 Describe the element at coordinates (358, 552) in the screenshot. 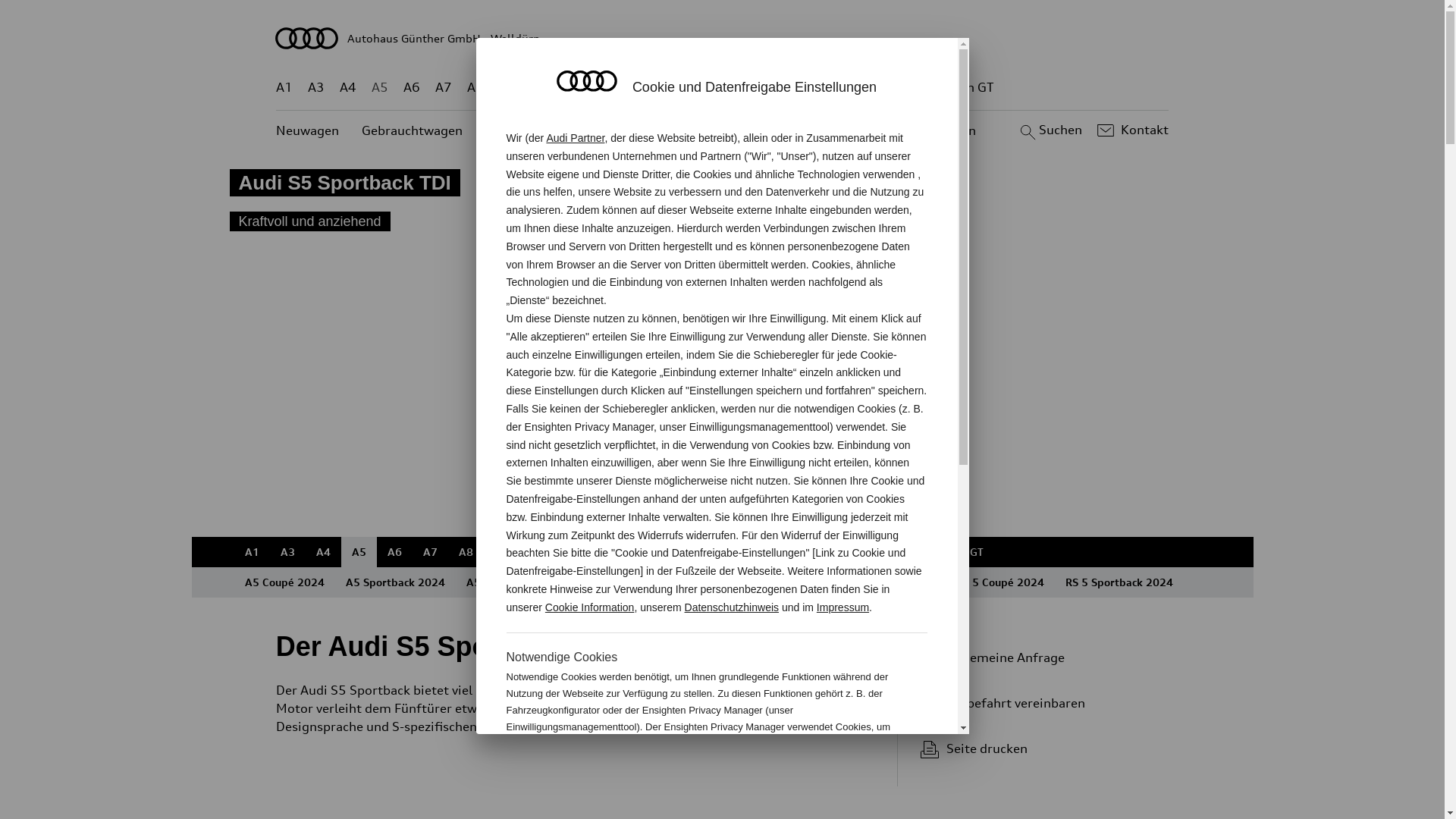

I see `'A5'` at that location.